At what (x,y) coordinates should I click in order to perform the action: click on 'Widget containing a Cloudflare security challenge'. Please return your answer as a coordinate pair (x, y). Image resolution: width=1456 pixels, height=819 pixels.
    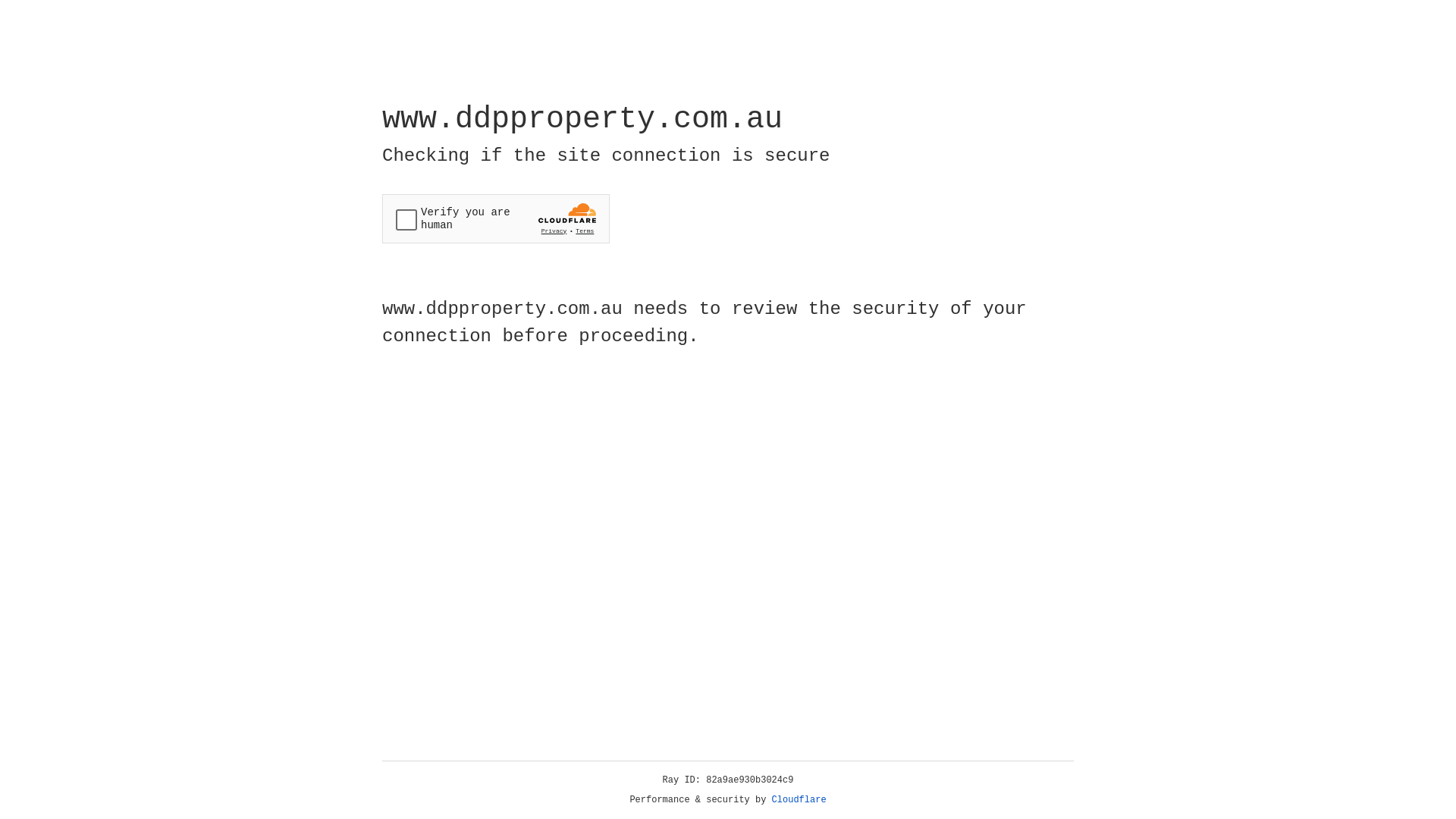
    Looking at the image, I should click on (495, 218).